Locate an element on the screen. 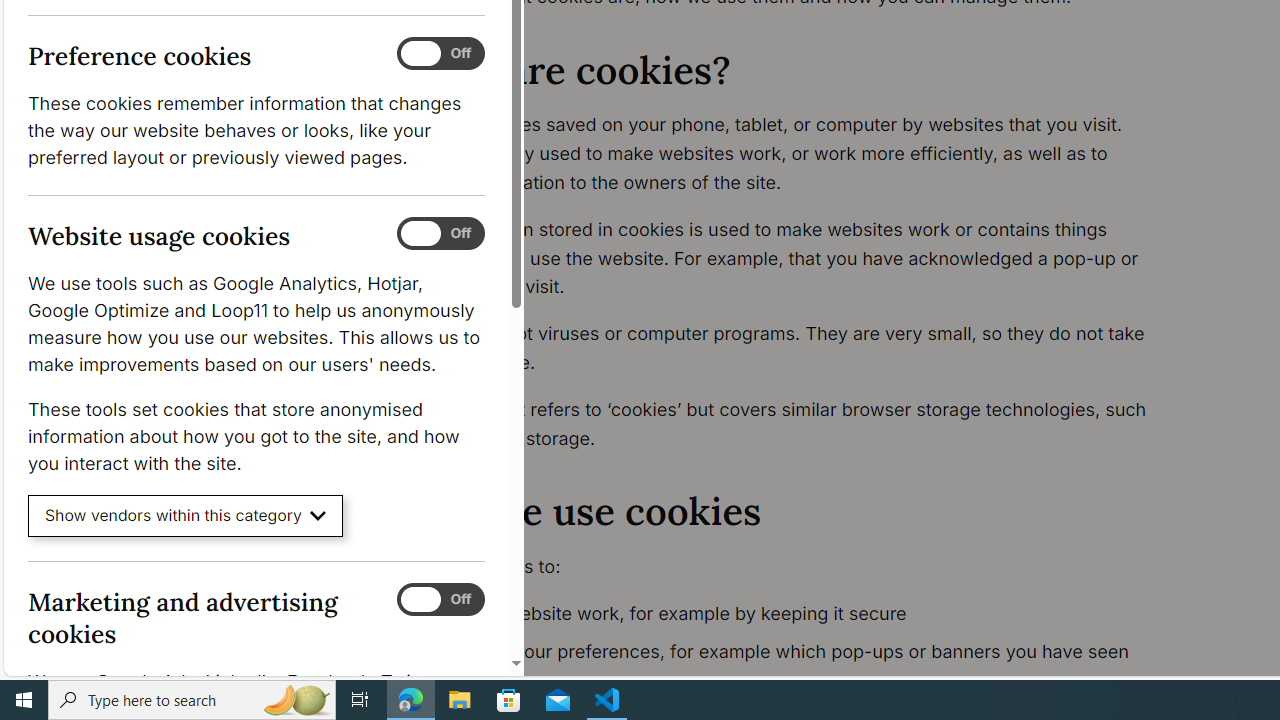 Image resolution: width=1280 pixels, height=720 pixels. 'Marketing and advertising cookies' is located at coordinates (439, 598).